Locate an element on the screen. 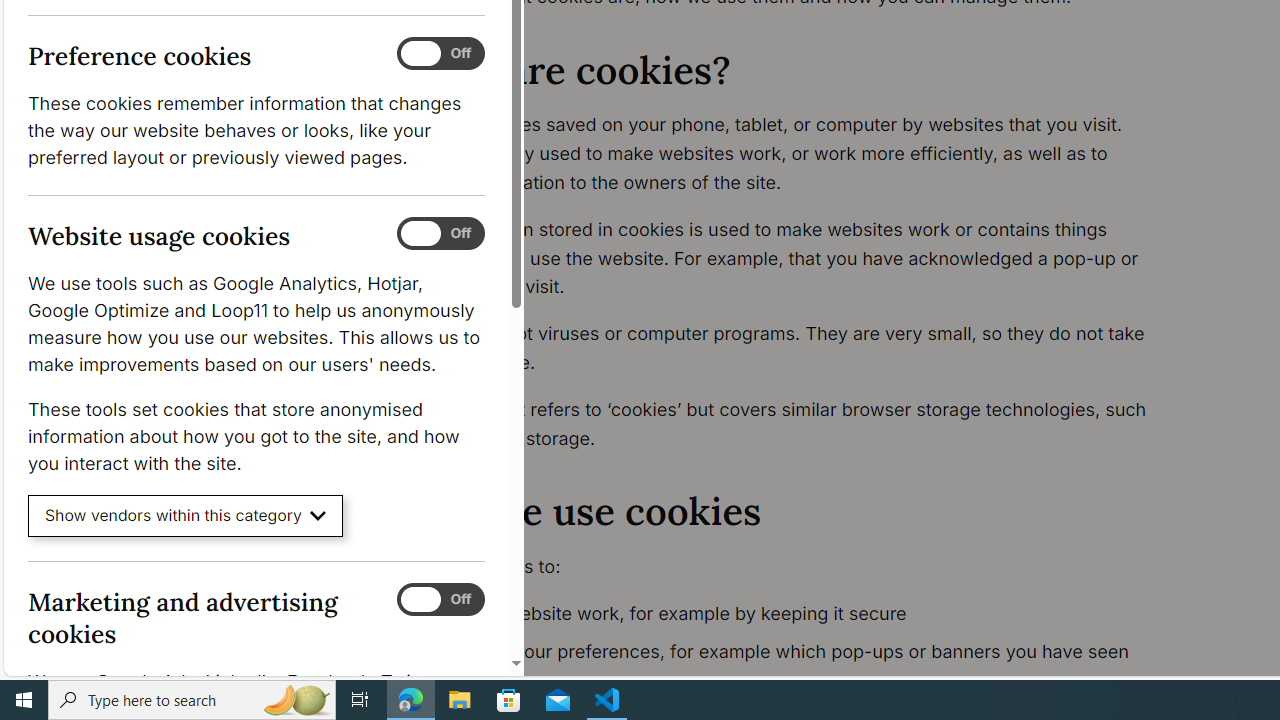 Image resolution: width=1280 pixels, height=720 pixels. 'Marketing and advertising cookies' is located at coordinates (439, 598).